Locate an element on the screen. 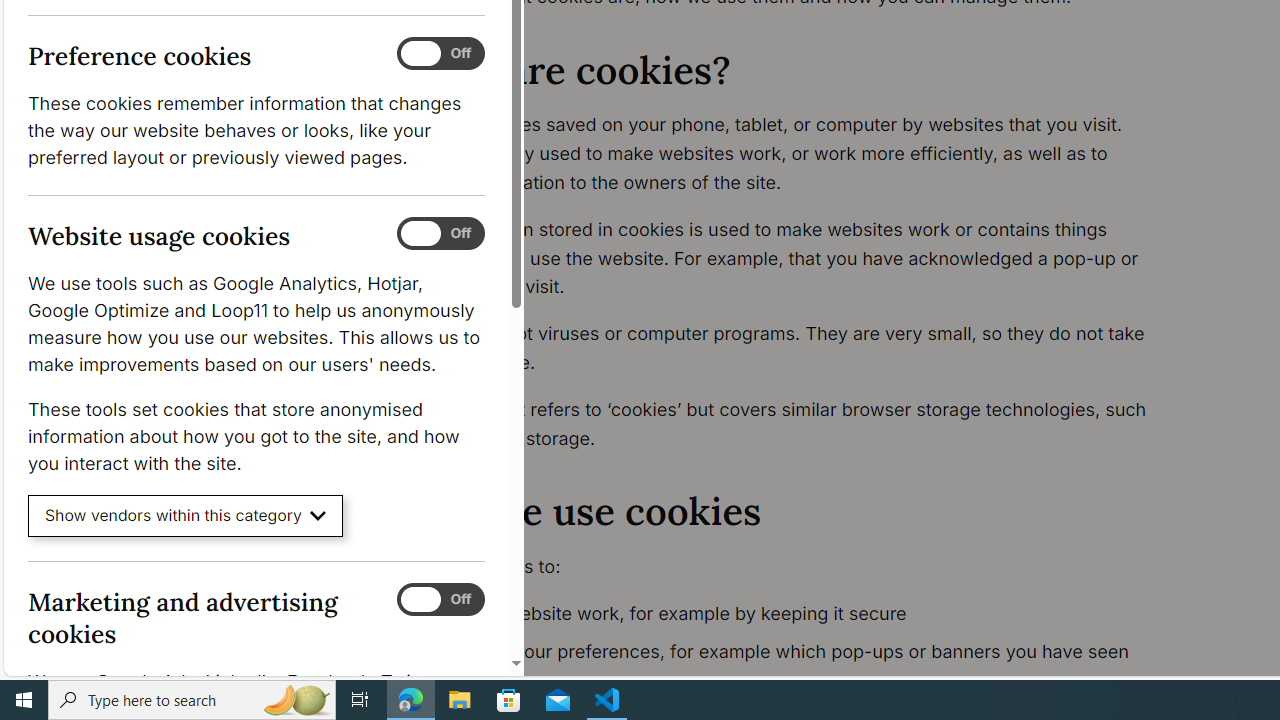 Image resolution: width=1280 pixels, height=720 pixels. 'Marketing and advertising cookies' is located at coordinates (439, 598).